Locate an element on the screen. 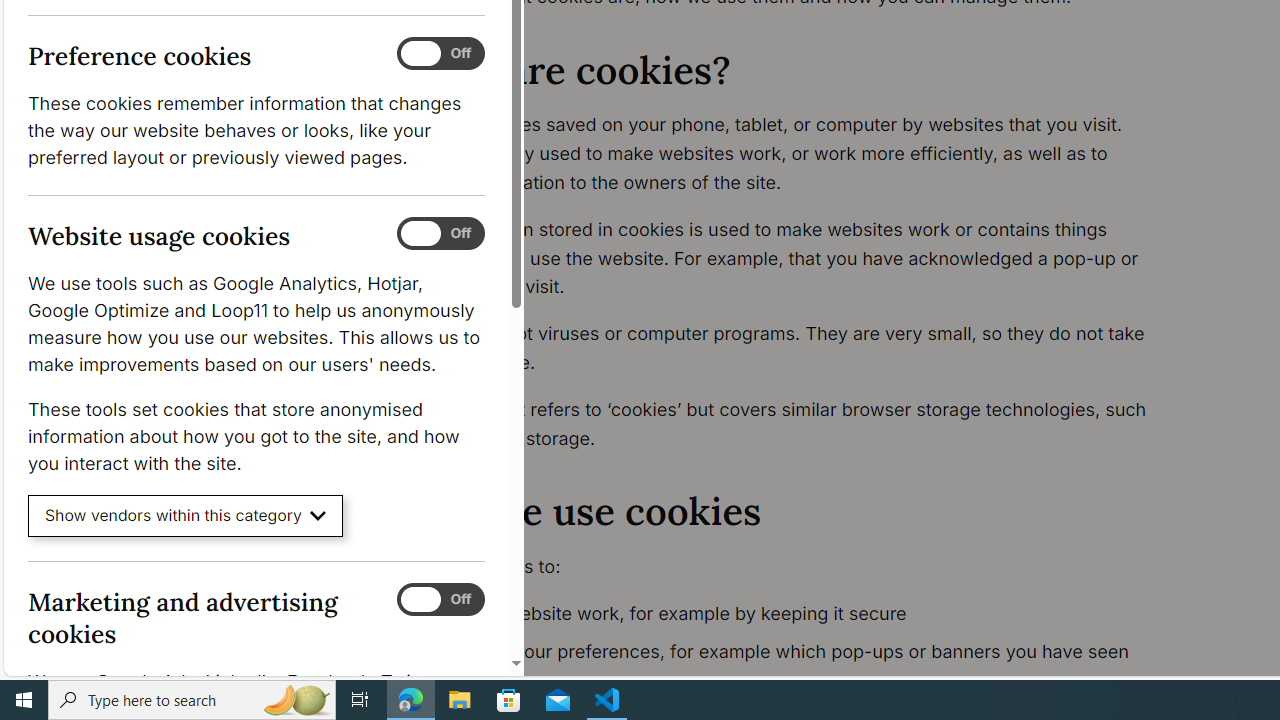 Image resolution: width=1280 pixels, height=720 pixels. 'Marketing and advertising cookies' is located at coordinates (439, 598).